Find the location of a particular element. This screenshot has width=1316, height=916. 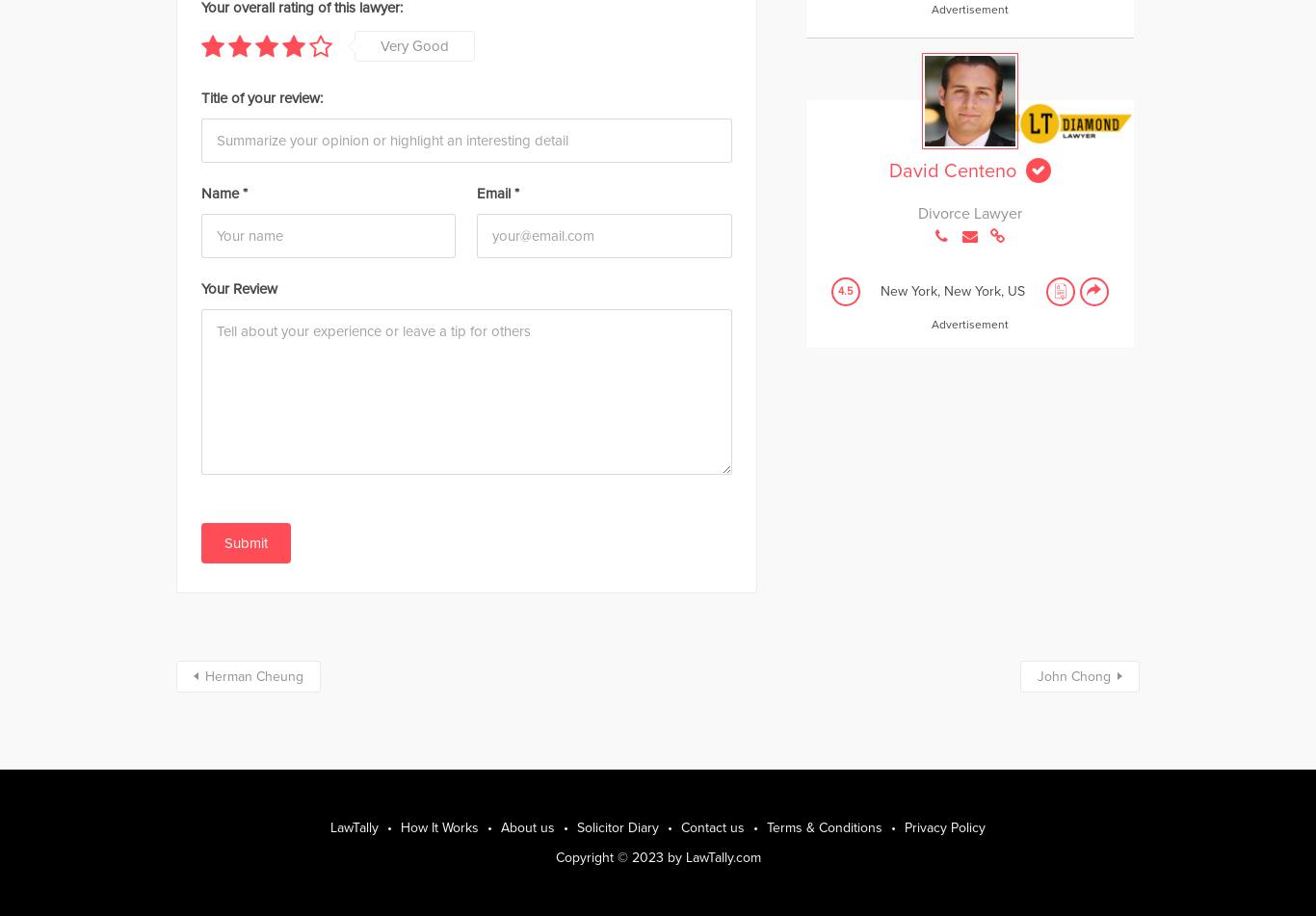

'Email' is located at coordinates (477, 192).